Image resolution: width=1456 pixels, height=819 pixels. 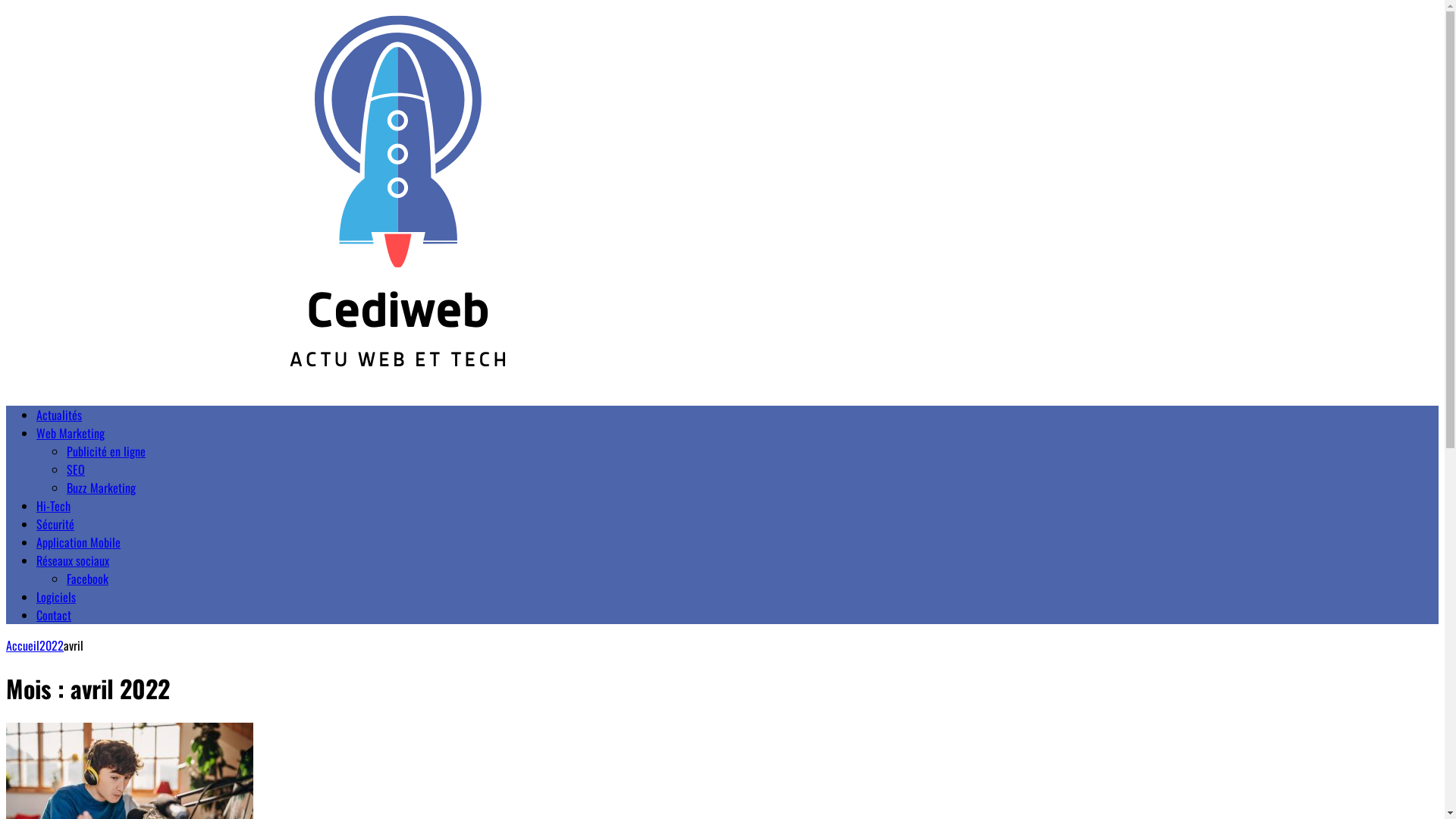 What do you see at coordinates (69, 432) in the screenshot?
I see `'Web Marketing'` at bounding box center [69, 432].